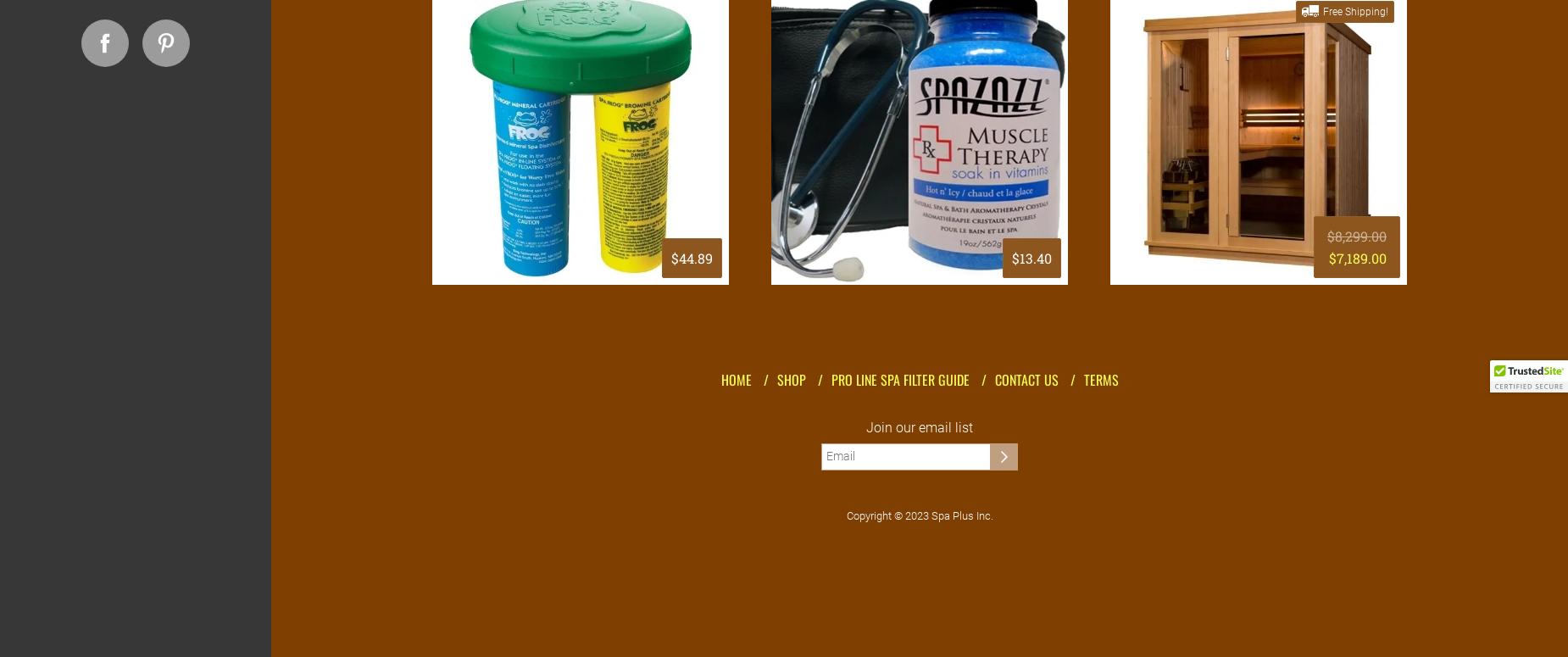  I want to click on 'Home', so click(736, 380).